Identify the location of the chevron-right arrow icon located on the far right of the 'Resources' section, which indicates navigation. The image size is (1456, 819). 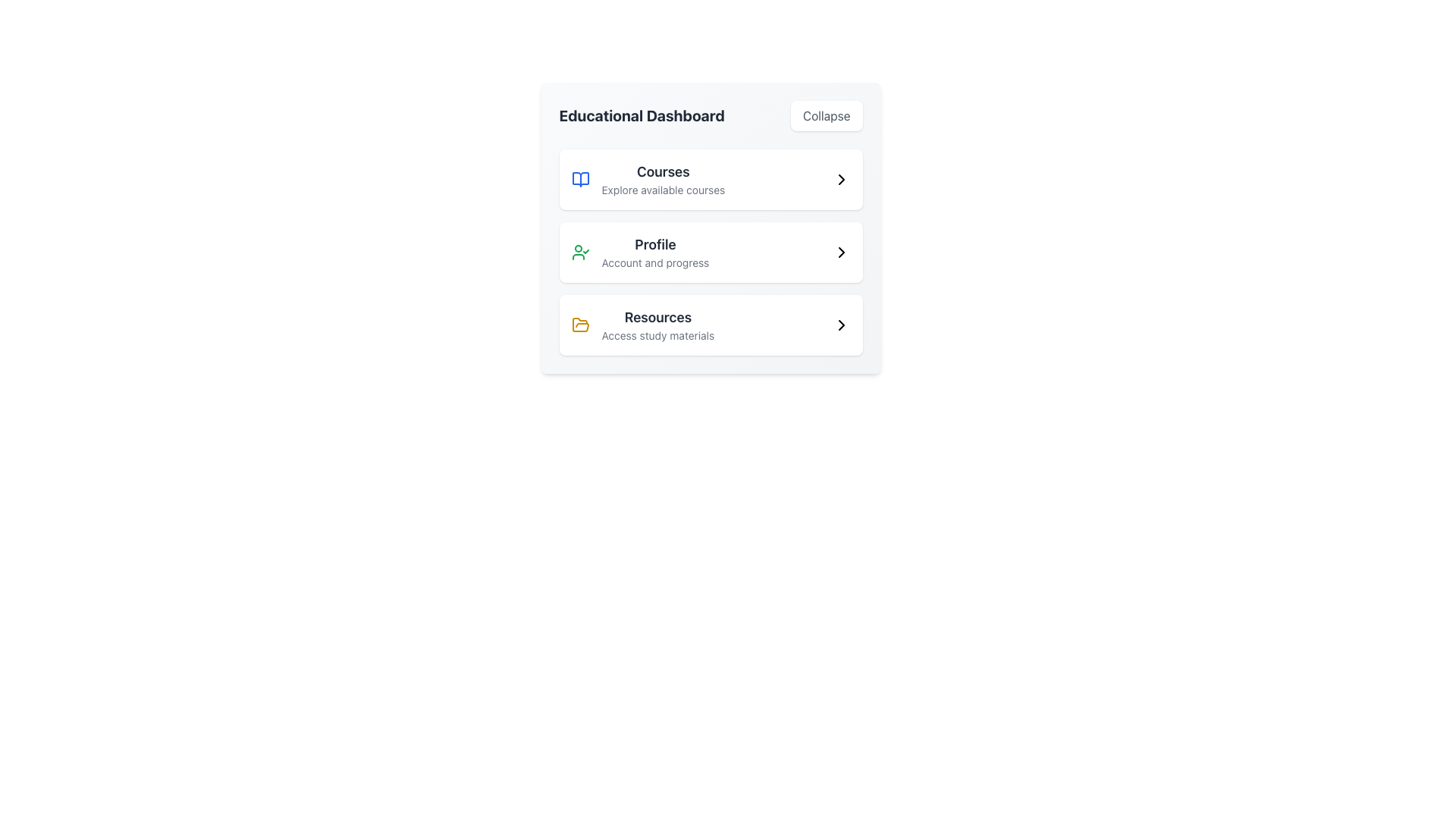
(840, 324).